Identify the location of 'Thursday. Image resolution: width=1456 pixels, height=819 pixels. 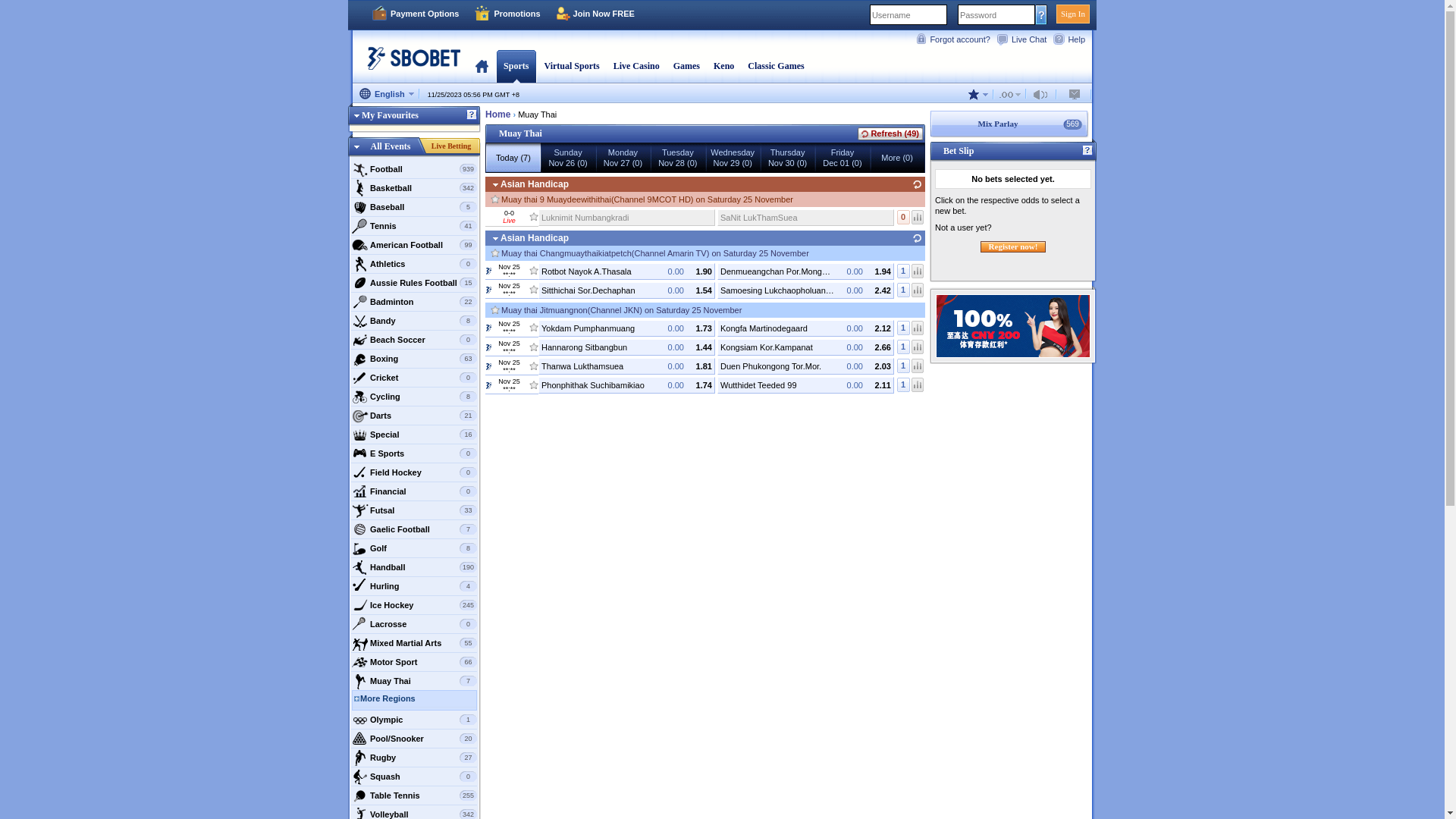
(786, 158).